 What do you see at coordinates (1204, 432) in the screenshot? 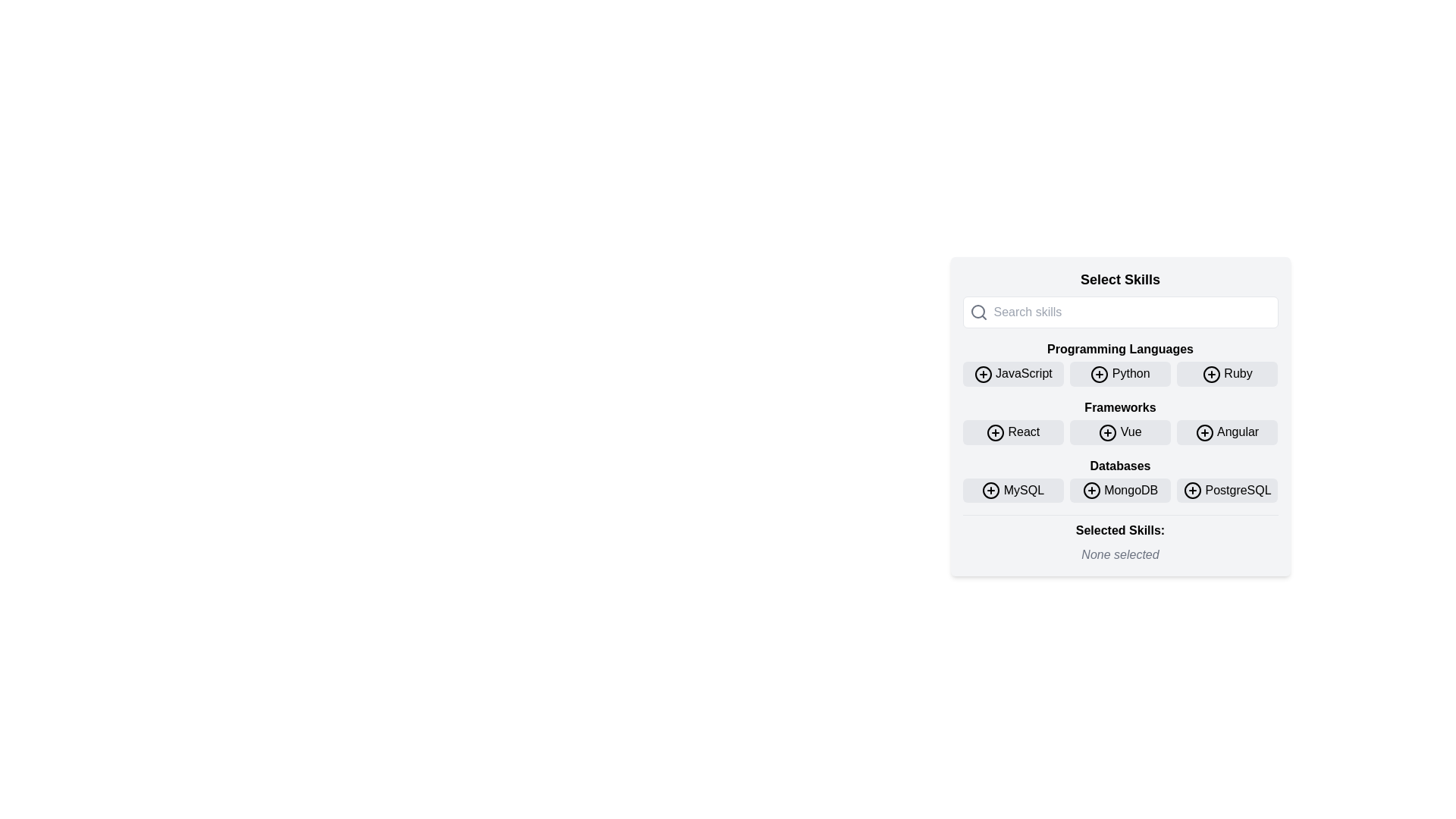
I see `the decorative circular shape within the Angular icon located in the Frameworks section of the Select Skills interface` at bounding box center [1204, 432].